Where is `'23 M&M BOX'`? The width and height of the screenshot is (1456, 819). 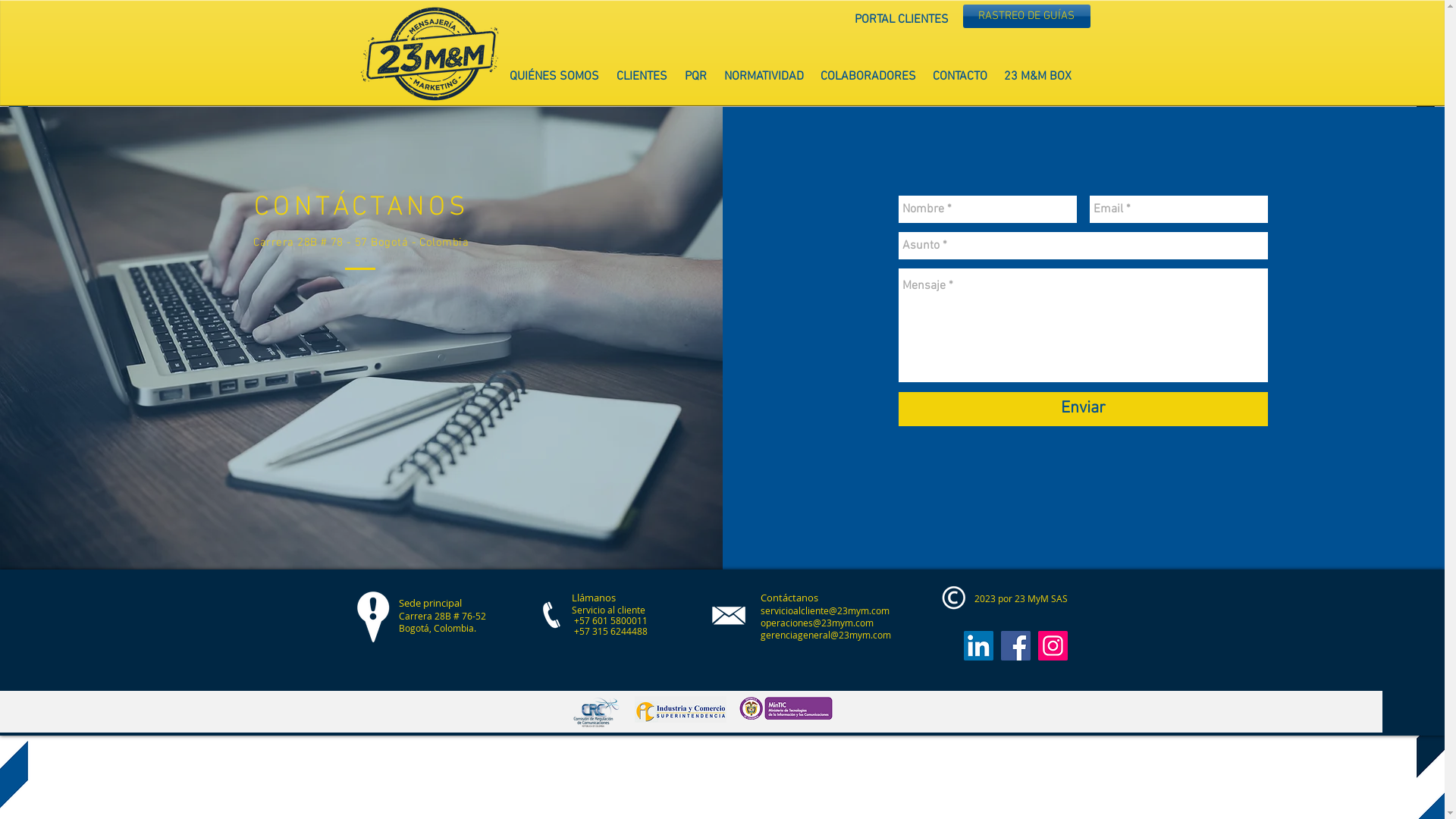 '23 M&M BOX' is located at coordinates (1036, 77).